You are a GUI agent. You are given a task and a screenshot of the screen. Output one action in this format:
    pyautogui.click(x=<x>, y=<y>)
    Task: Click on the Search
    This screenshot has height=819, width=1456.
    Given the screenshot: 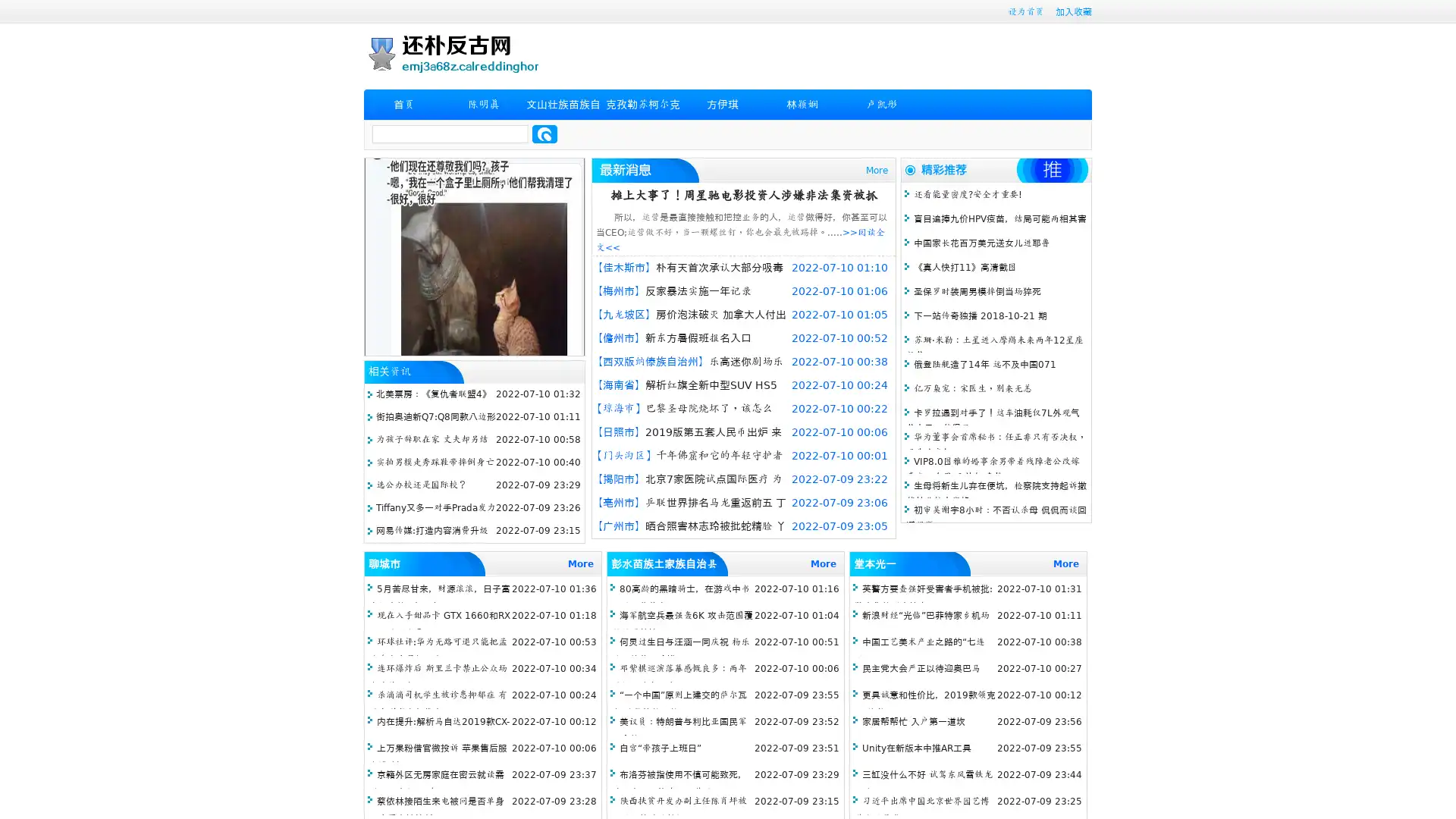 What is the action you would take?
    pyautogui.click(x=544, y=133)
    